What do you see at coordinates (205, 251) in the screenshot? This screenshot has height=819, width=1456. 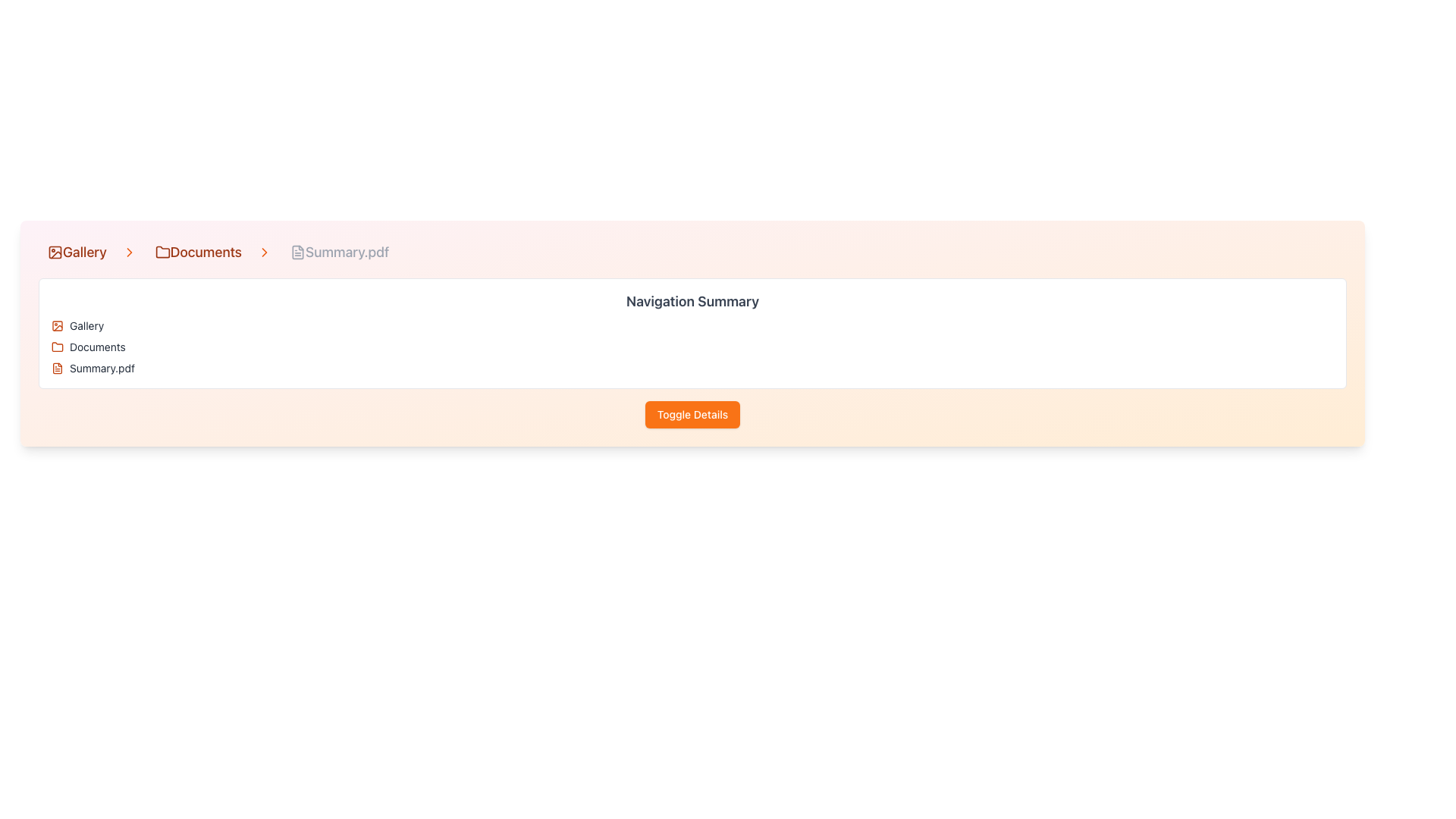 I see `the third text label in the breadcrumb navigation that links to the 'Documents' section` at bounding box center [205, 251].